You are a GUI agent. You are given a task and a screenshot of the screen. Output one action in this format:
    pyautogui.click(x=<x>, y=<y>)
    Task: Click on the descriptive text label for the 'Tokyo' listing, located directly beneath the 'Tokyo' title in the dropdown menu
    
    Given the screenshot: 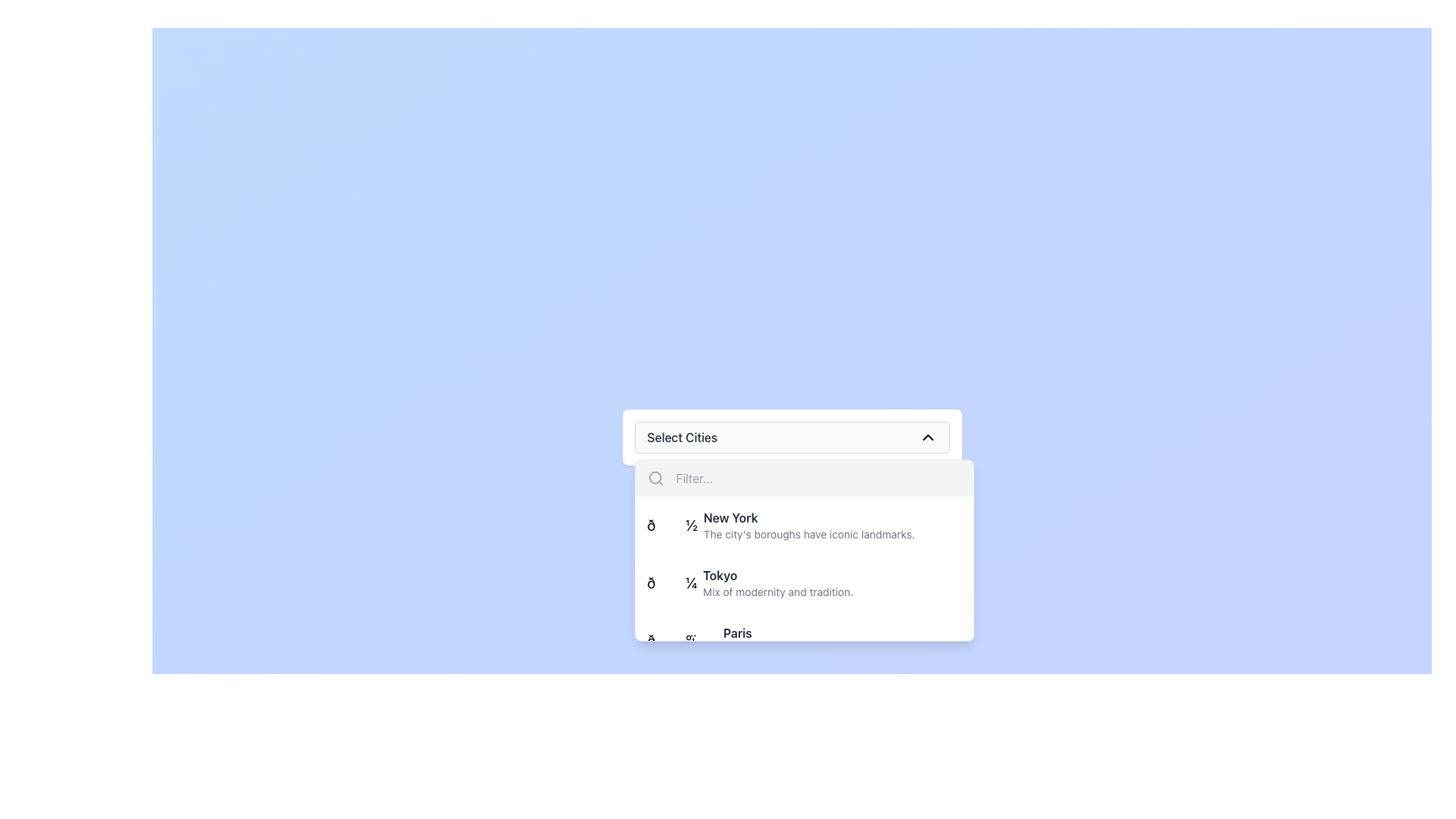 What is the action you would take?
    pyautogui.click(x=778, y=591)
    